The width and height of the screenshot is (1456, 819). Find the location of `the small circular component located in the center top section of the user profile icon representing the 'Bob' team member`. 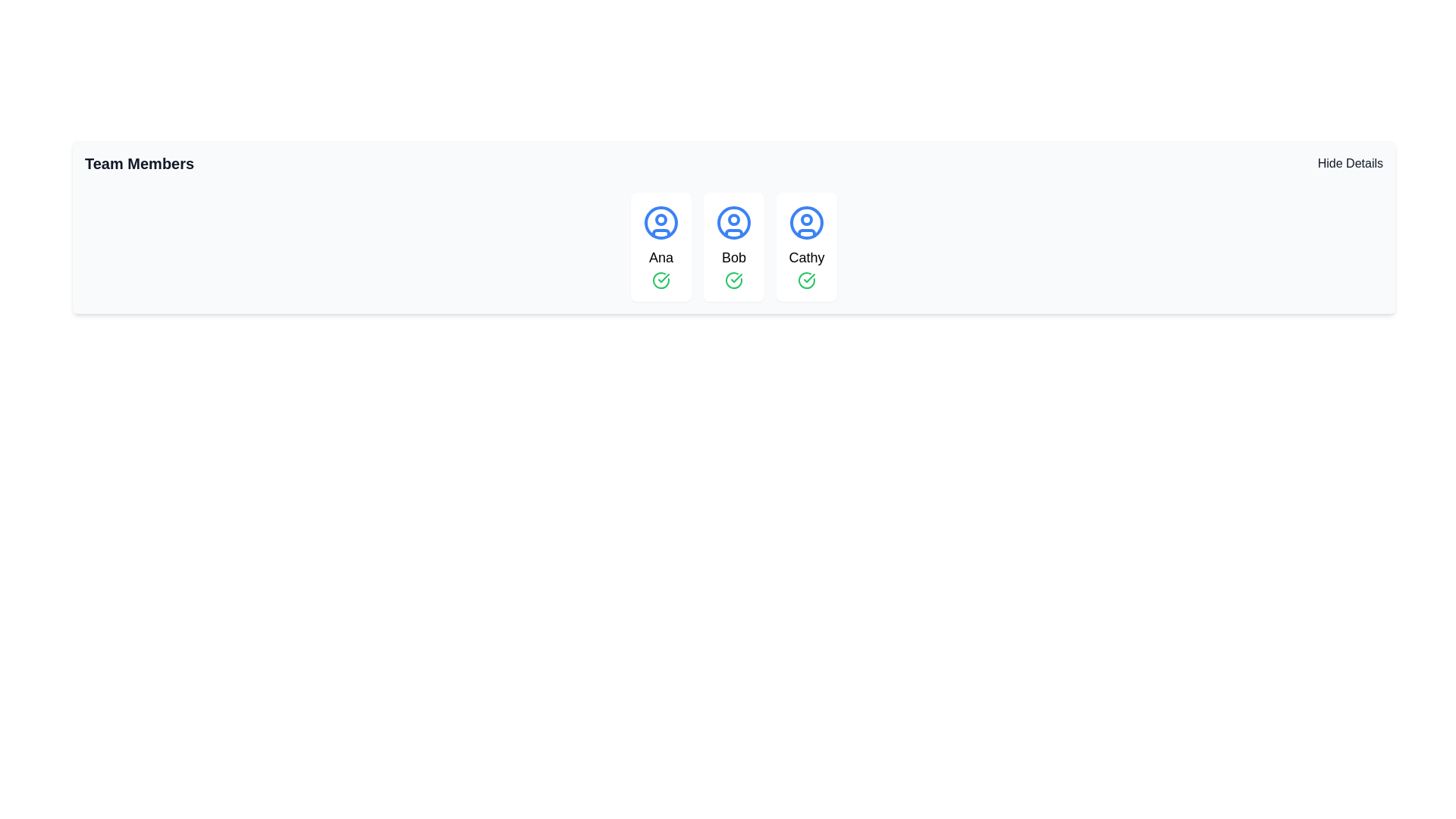

the small circular component located in the center top section of the user profile icon representing the 'Bob' team member is located at coordinates (734, 219).